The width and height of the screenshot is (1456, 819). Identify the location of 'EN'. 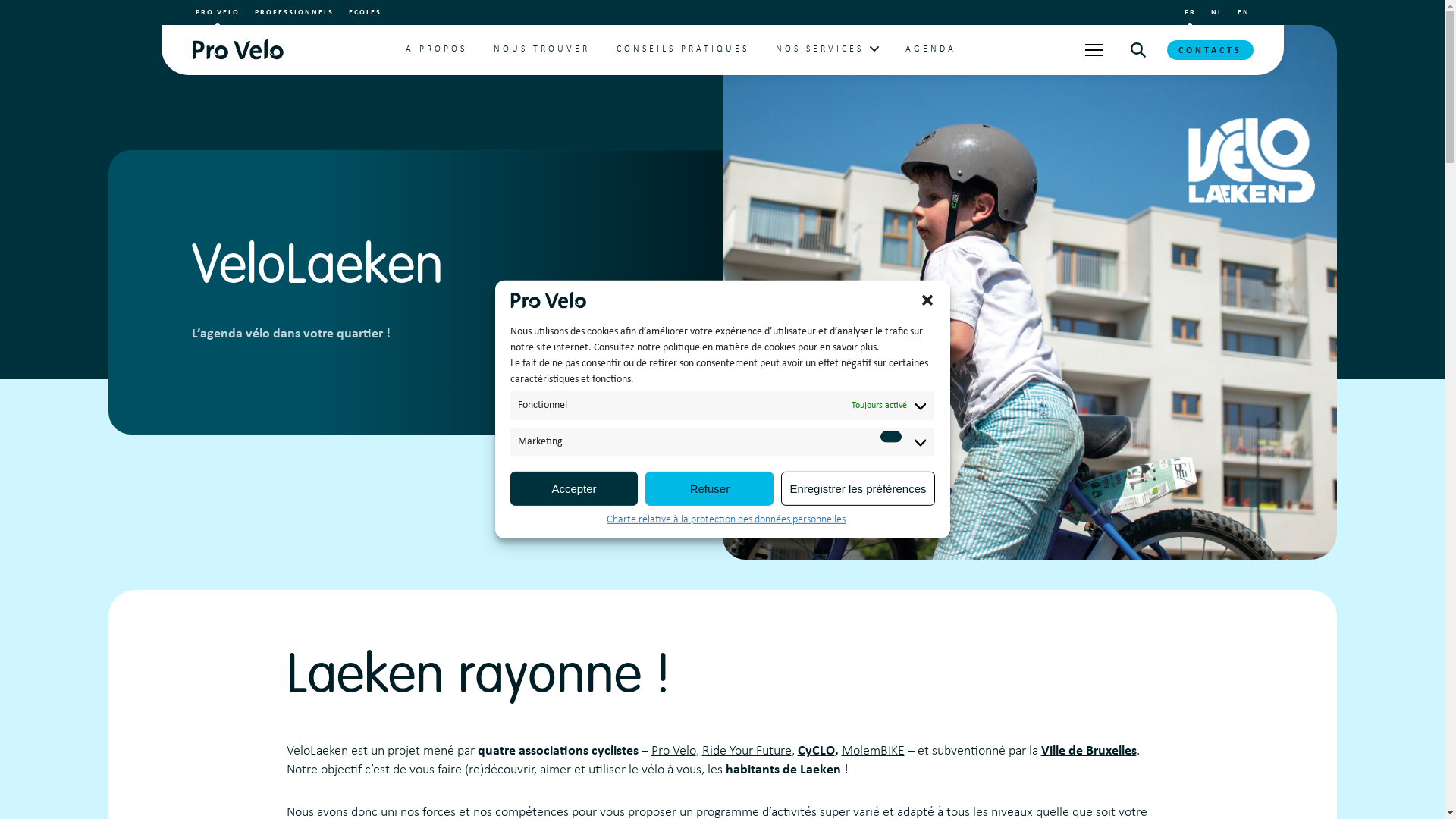
(1244, 12).